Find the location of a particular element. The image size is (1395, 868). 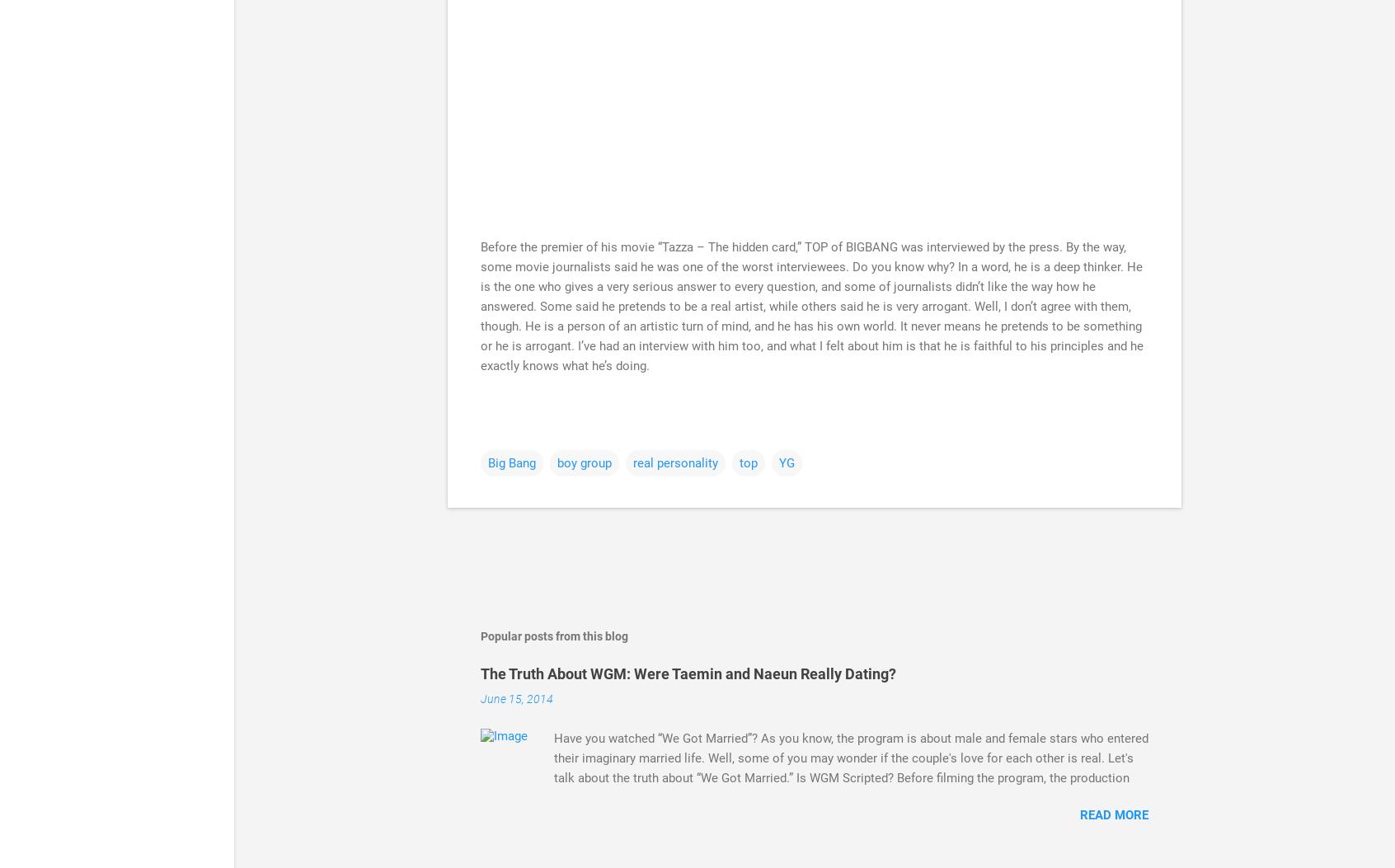

'boy group' is located at coordinates (583, 462).